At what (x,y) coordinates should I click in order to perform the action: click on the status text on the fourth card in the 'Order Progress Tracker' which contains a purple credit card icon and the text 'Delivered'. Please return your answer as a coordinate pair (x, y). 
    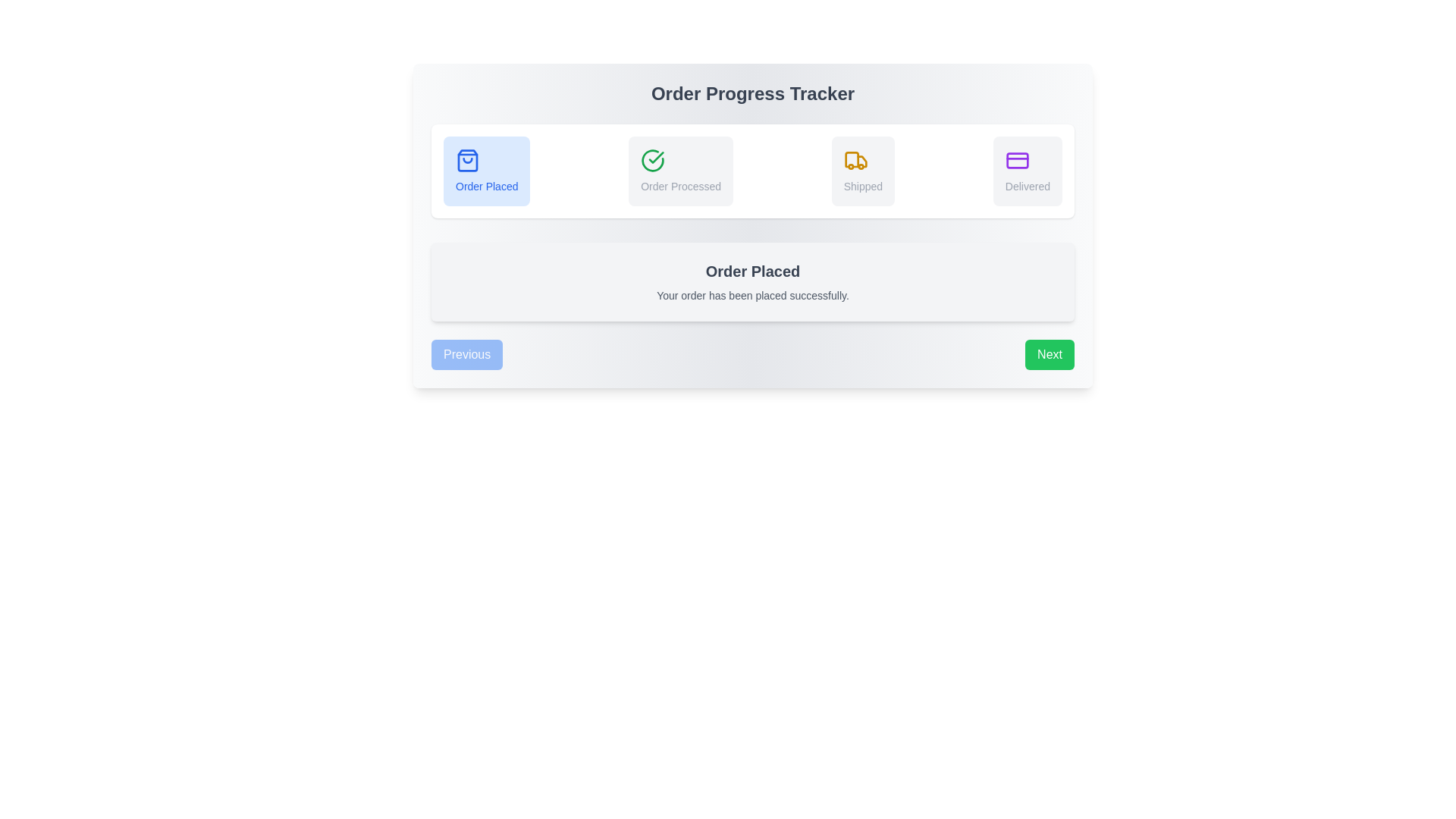
    Looking at the image, I should click on (1028, 171).